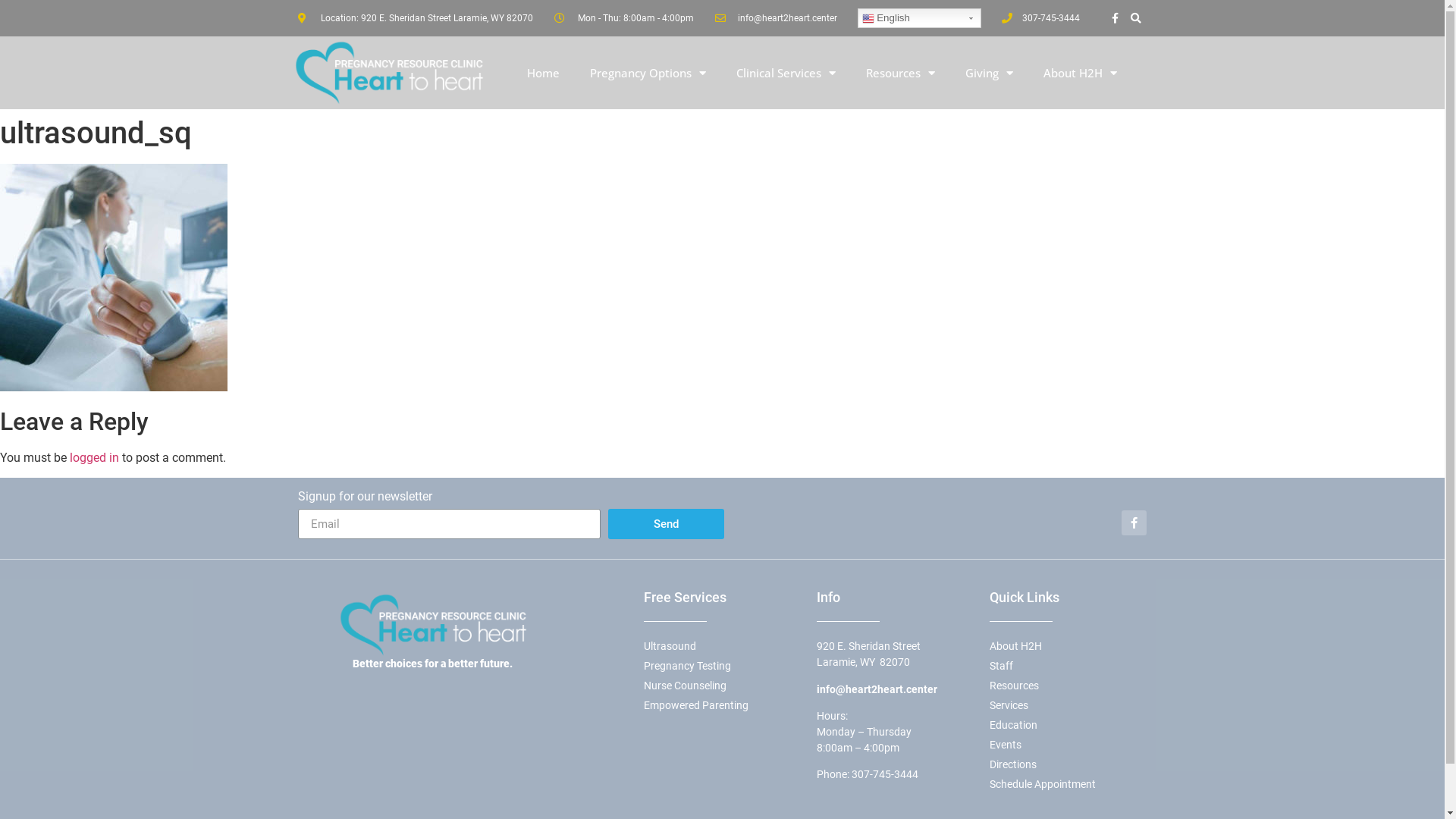  I want to click on 'Pregnancy Testing', so click(720, 665).